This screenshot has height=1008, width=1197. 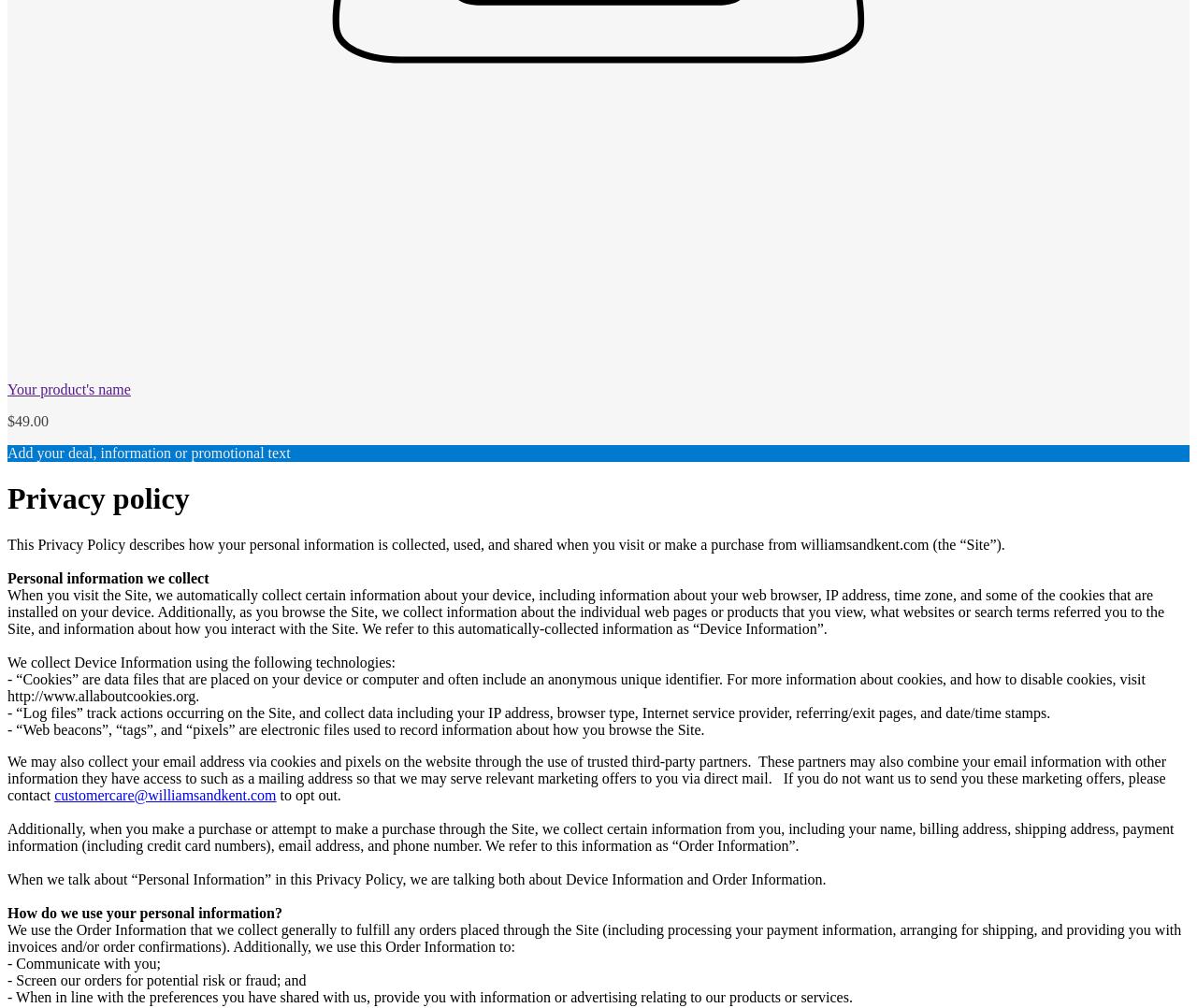 I want to click on '- “Web beacons”, “tags”, and “pixels” are electronic files used to record information about how you browse the Site.', so click(x=355, y=727).